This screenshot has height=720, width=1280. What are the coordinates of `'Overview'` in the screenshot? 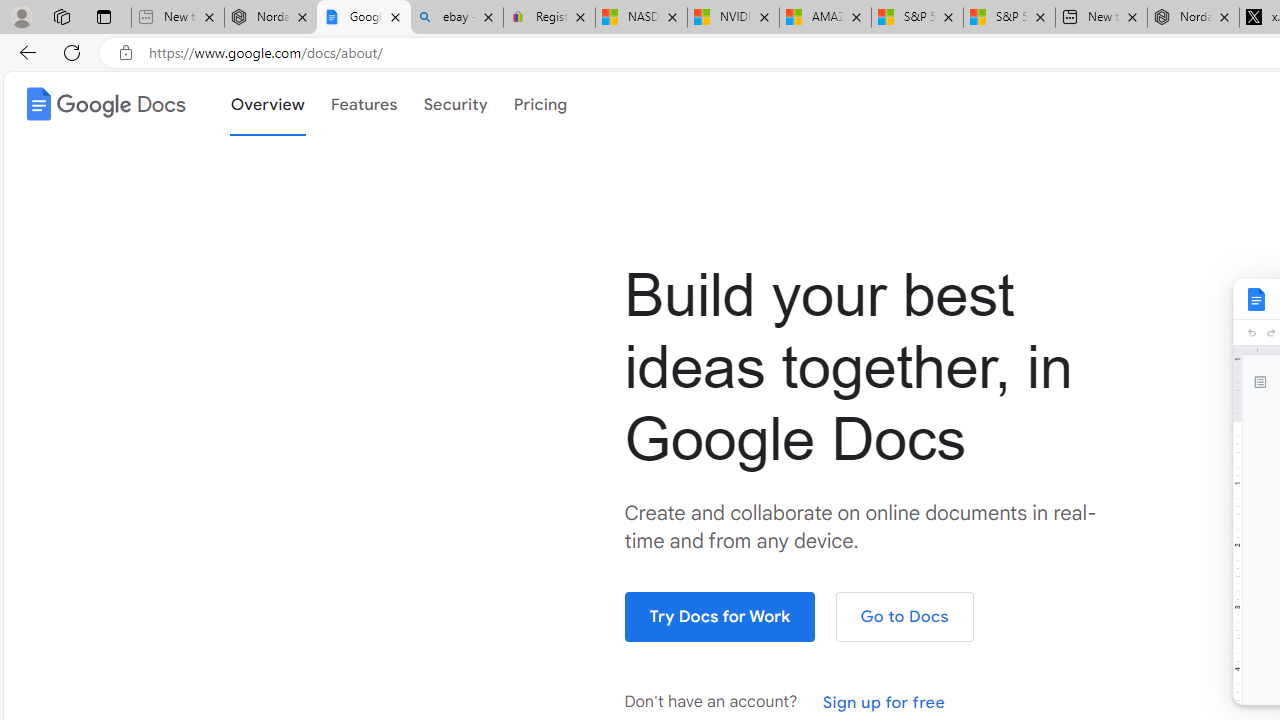 It's located at (266, 104).